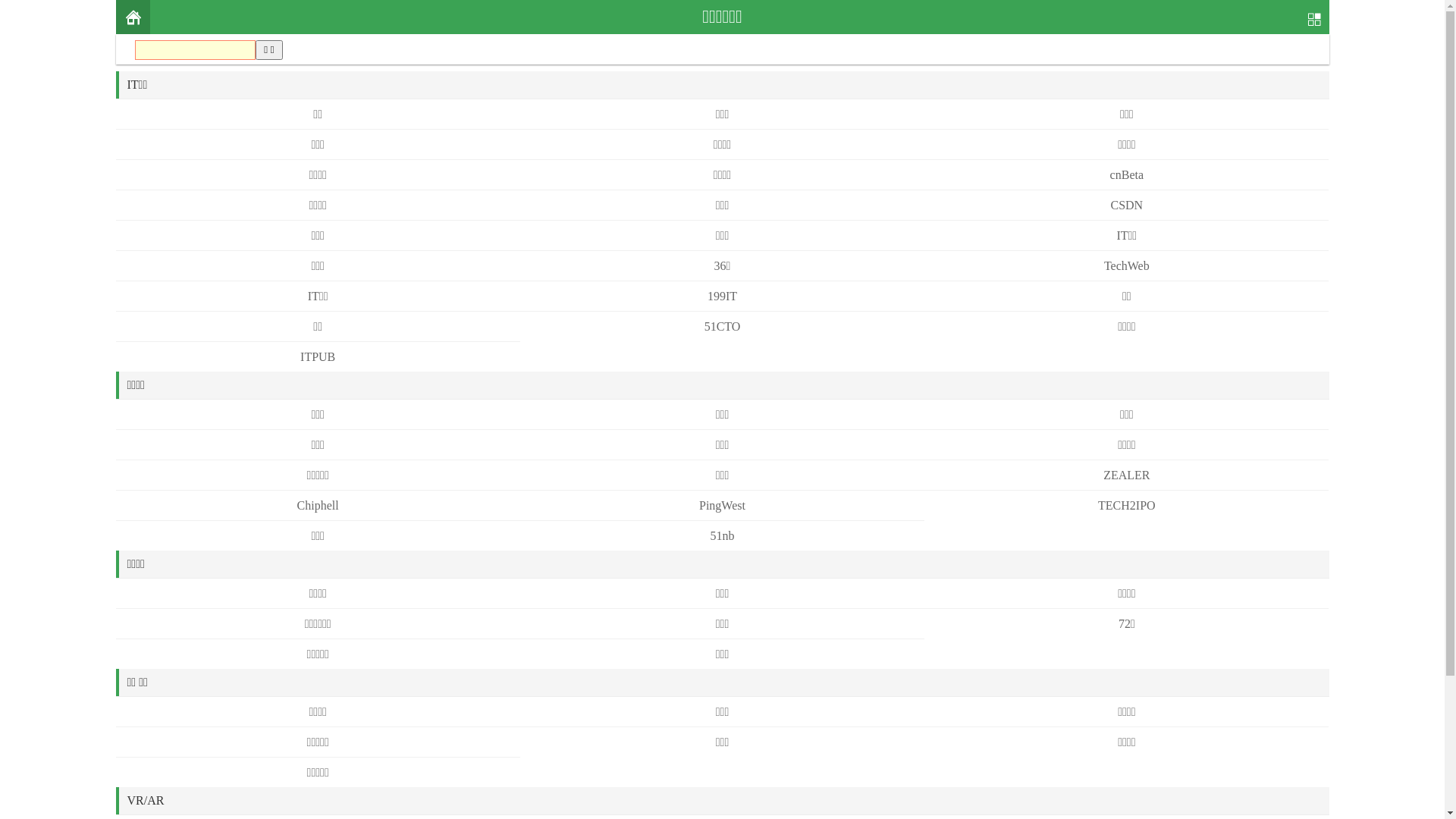 This screenshot has width=1456, height=819. I want to click on 'CSDN', so click(1110, 205).